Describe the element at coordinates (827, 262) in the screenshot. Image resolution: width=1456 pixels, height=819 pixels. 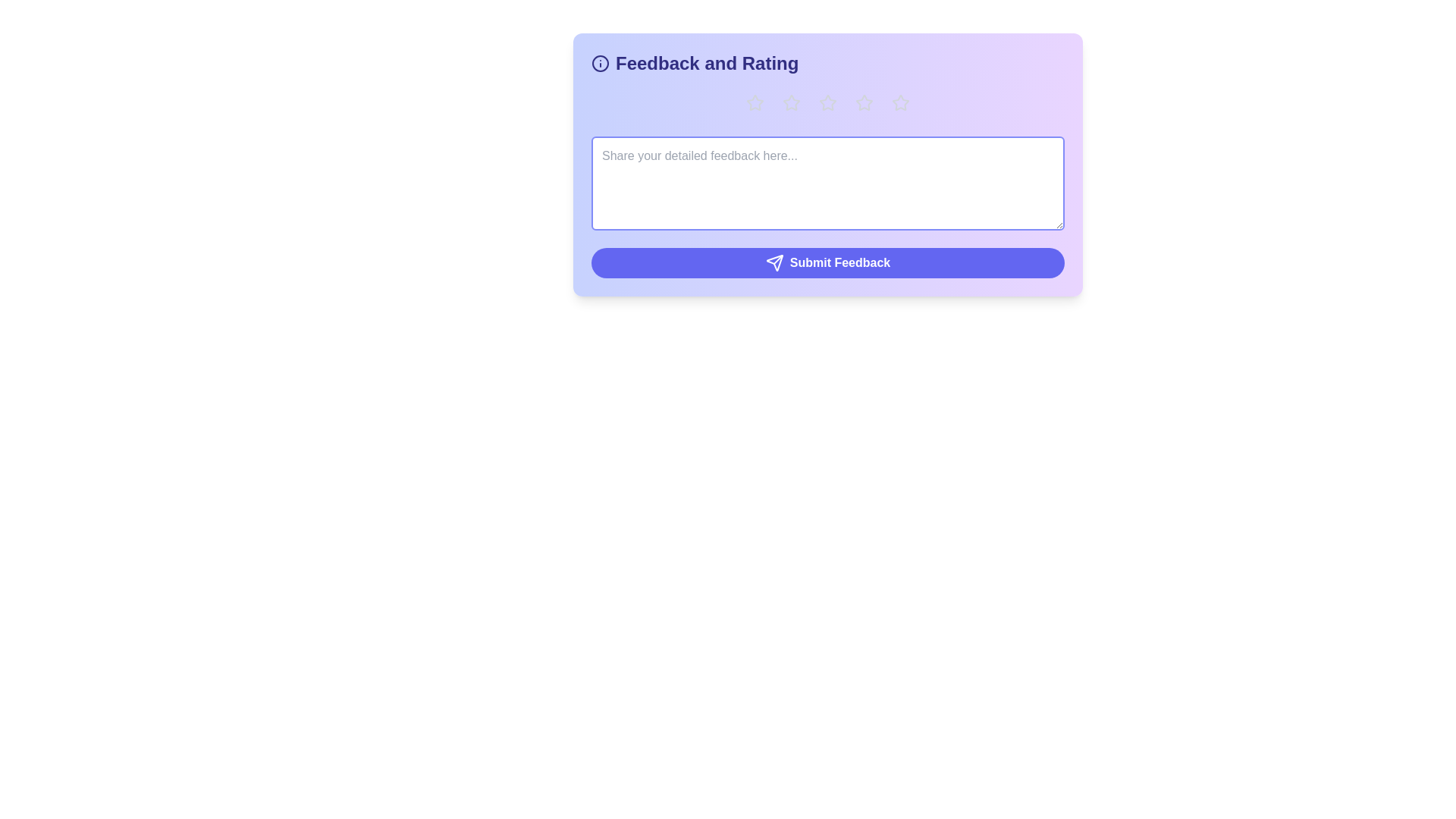
I see `'Submit Feedback' button` at that location.